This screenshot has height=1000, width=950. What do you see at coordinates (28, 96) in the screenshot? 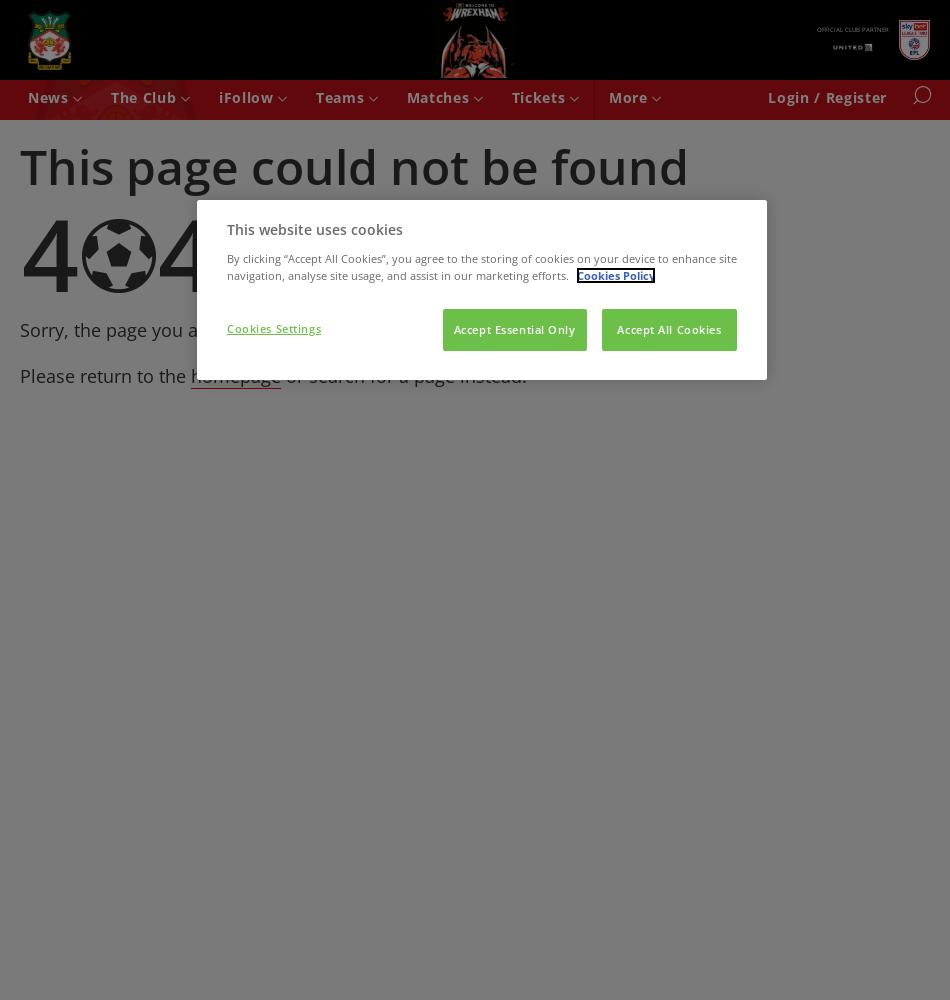
I see `'News'` at bounding box center [28, 96].